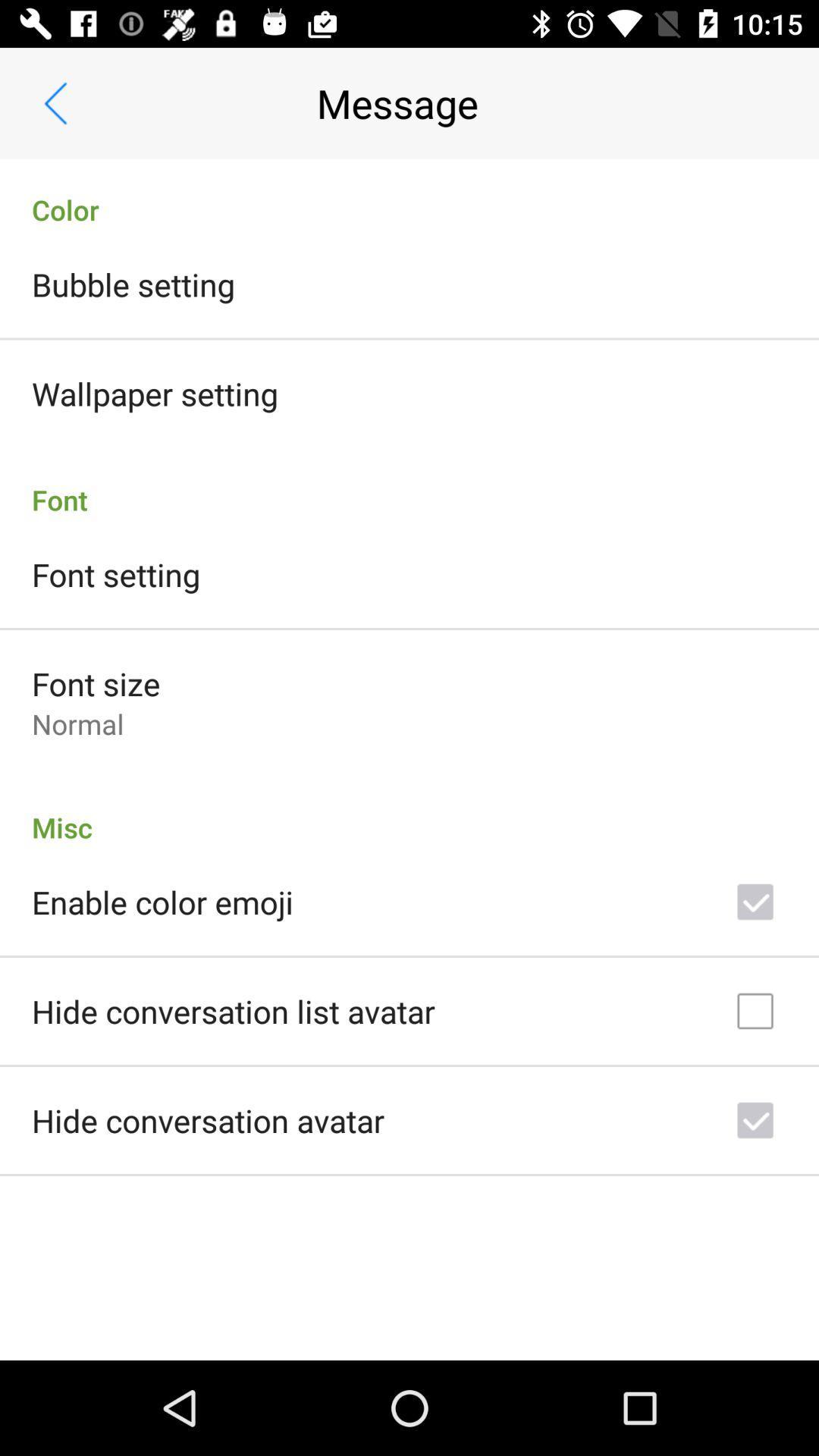  Describe the element at coordinates (55, 102) in the screenshot. I see `app next to the message` at that location.